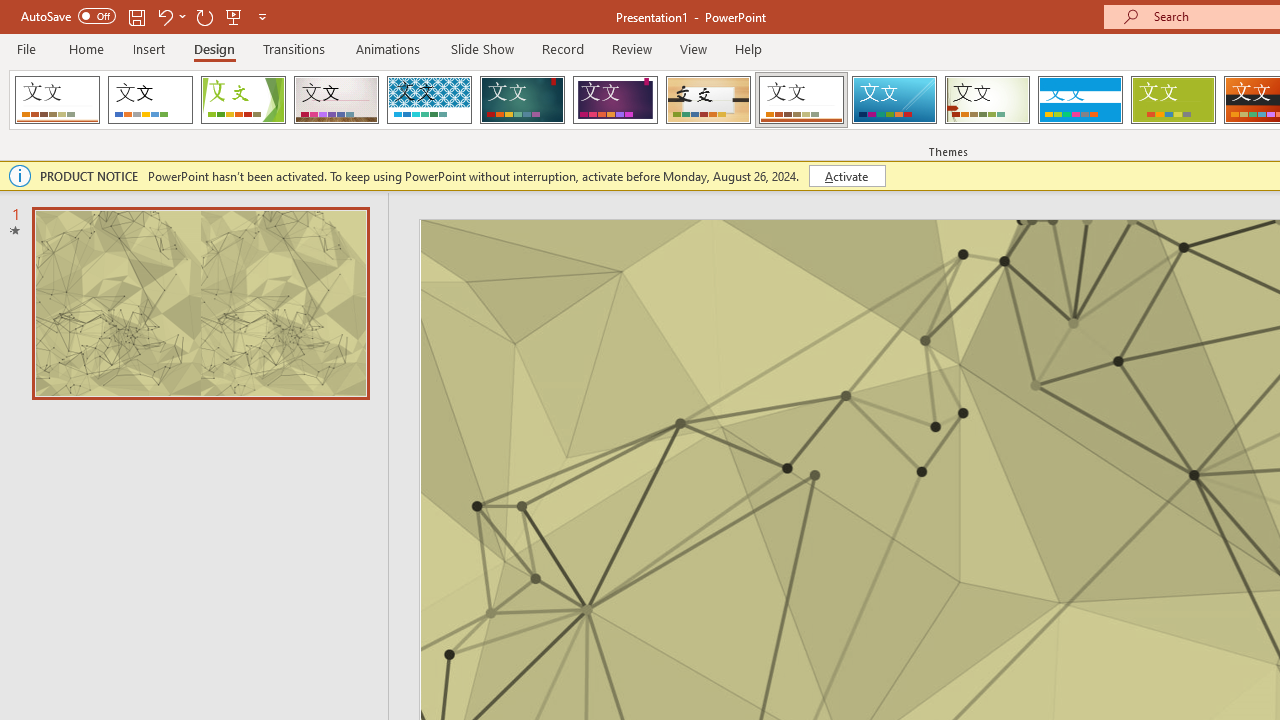 Image resolution: width=1280 pixels, height=720 pixels. Describe the element at coordinates (242, 100) in the screenshot. I see `'Facet'` at that location.